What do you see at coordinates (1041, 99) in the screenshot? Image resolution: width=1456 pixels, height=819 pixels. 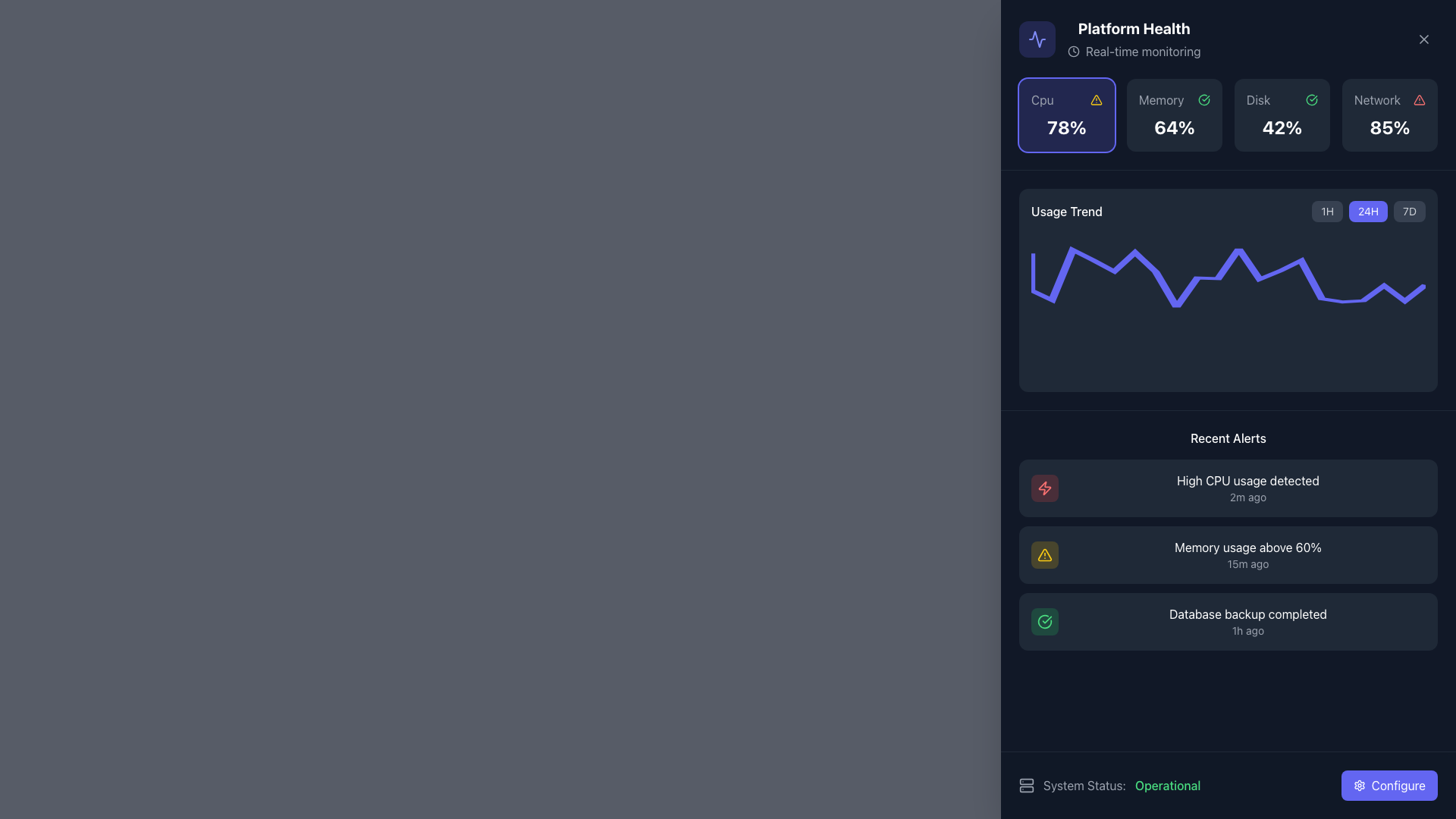 I see `text label displaying 'CPU' located under the heading 'Platform Health' in a card-like section` at bounding box center [1041, 99].